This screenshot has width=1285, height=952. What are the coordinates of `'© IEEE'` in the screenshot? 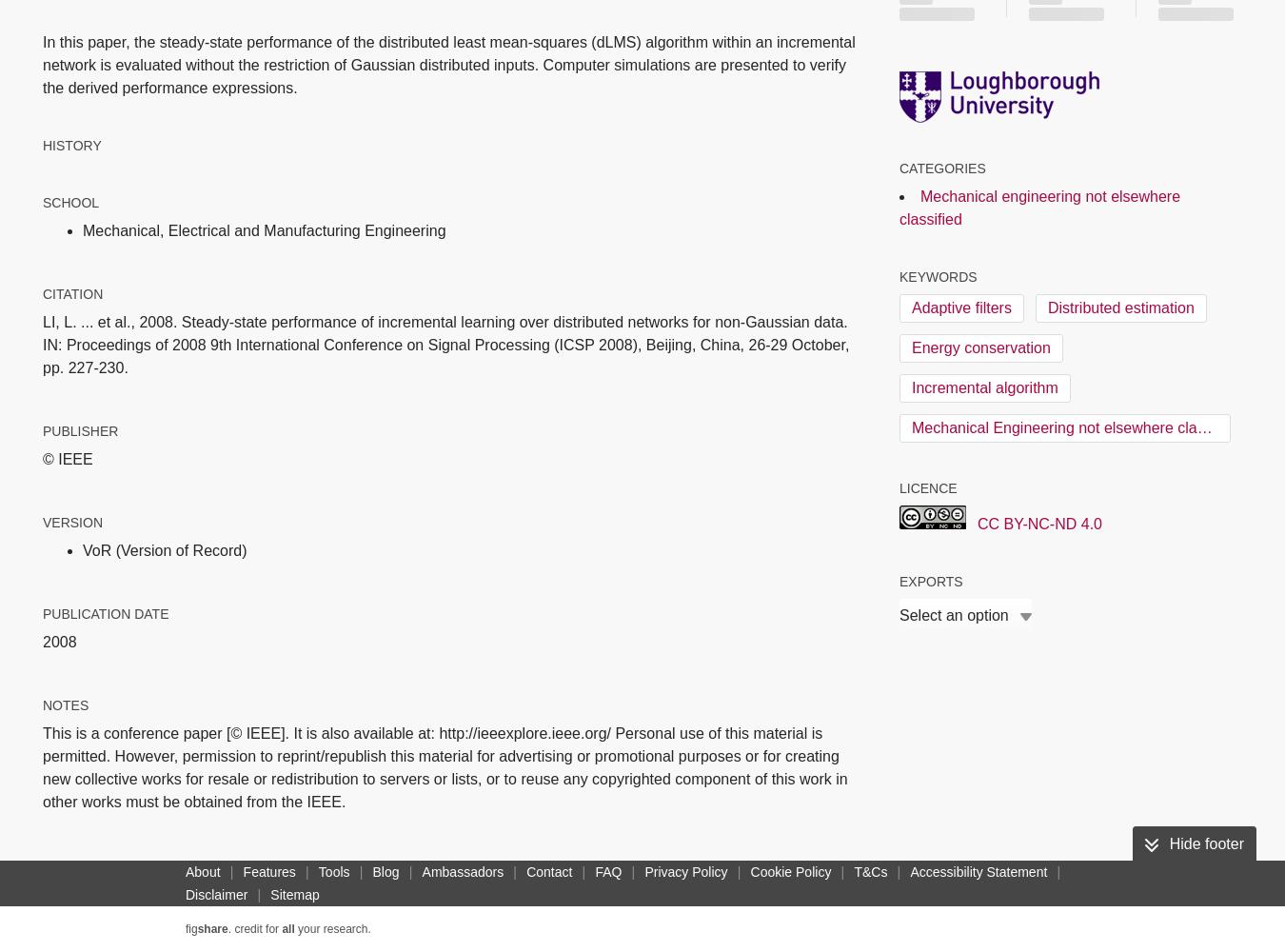 It's located at (67, 457).